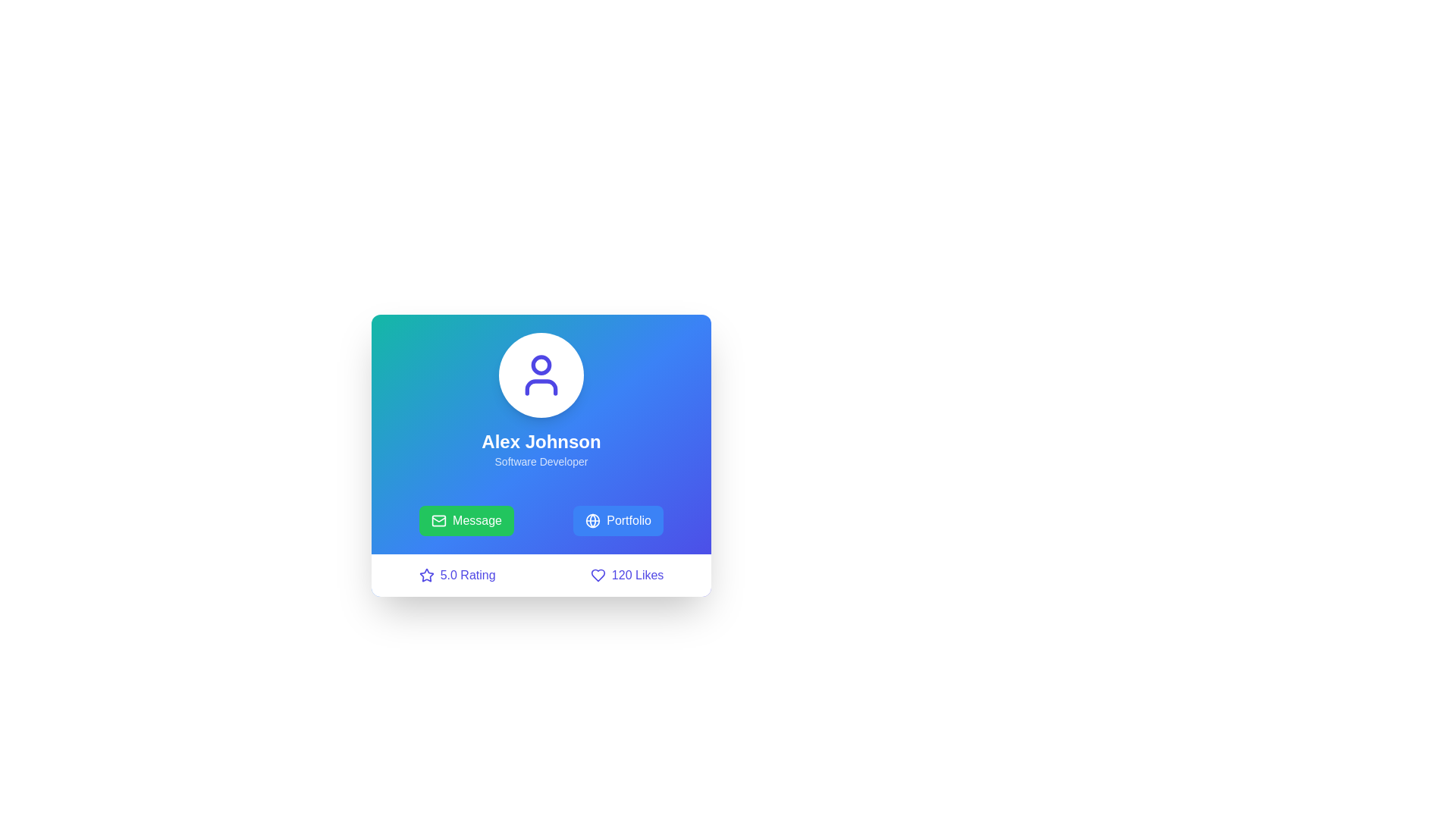 The height and width of the screenshot is (819, 1456). What do you see at coordinates (638, 576) in the screenshot?
I see `the text label that displays the number of likes, located at the bottom right of the card, next to the heart-shaped icon` at bounding box center [638, 576].